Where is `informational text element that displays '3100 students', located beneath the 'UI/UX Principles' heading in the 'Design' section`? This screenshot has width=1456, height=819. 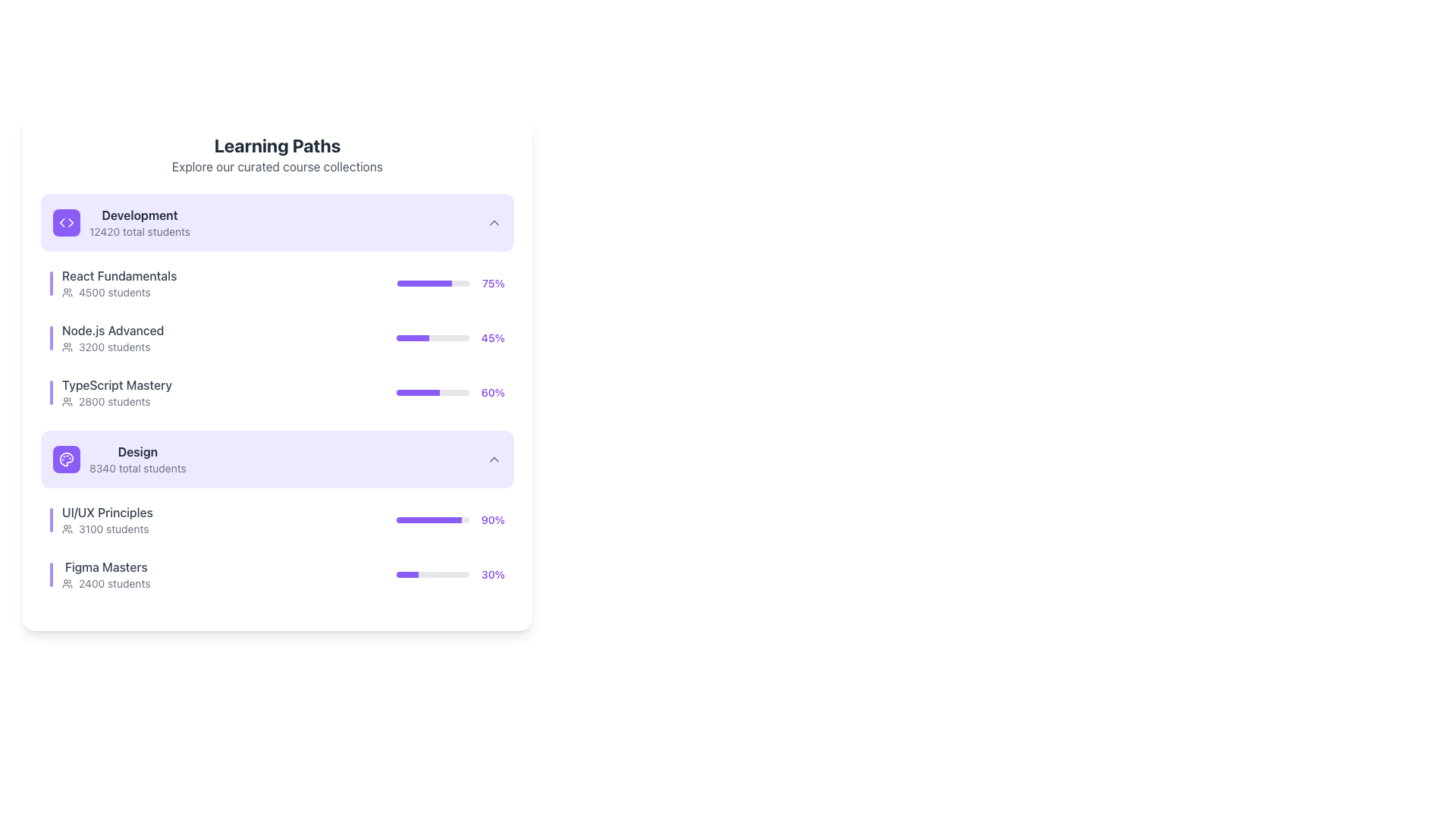
informational text element that displays '3100 students', located beneath the 'UI/UX Principles' heading in the 'Design' section is located at coordinates (113, 529).